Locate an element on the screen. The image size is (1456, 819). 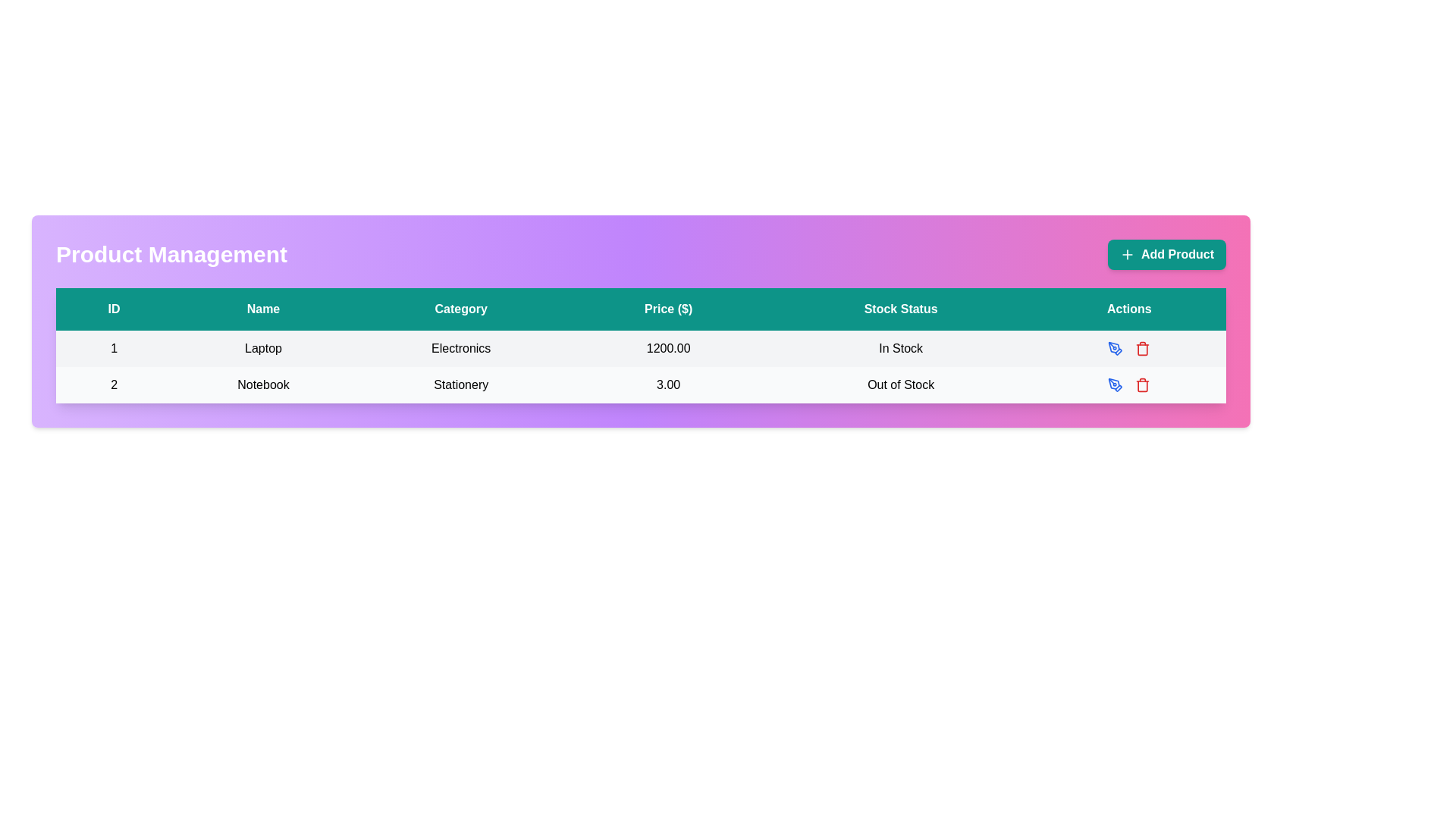
the blue pen tool icon in the second row of the product management table is located at coordinates (1116, 348).